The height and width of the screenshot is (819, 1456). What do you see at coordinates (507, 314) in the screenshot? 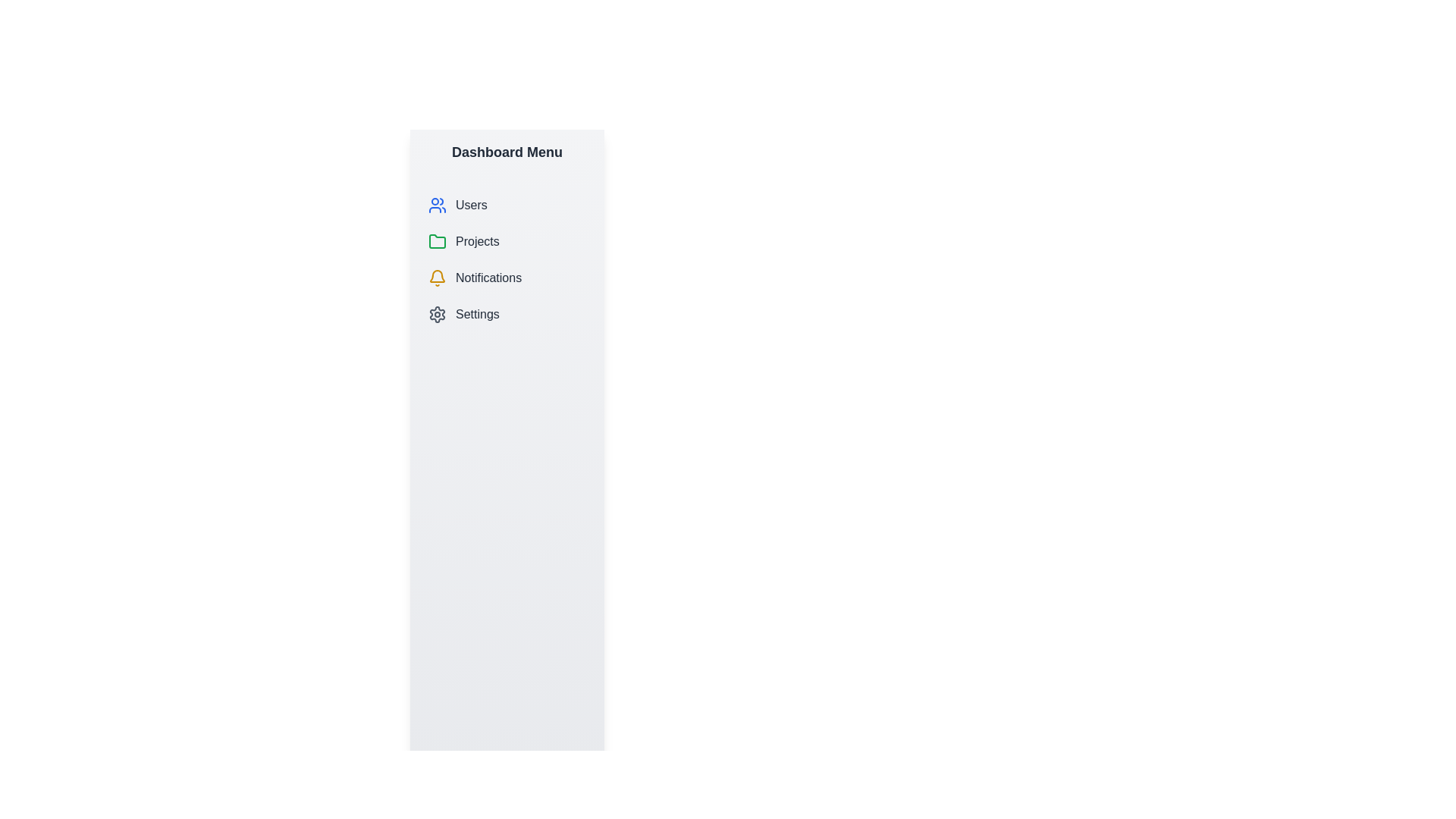
I see `the menu item labeled Settings to navigate to its respective section` at bounding box center [507, 314].